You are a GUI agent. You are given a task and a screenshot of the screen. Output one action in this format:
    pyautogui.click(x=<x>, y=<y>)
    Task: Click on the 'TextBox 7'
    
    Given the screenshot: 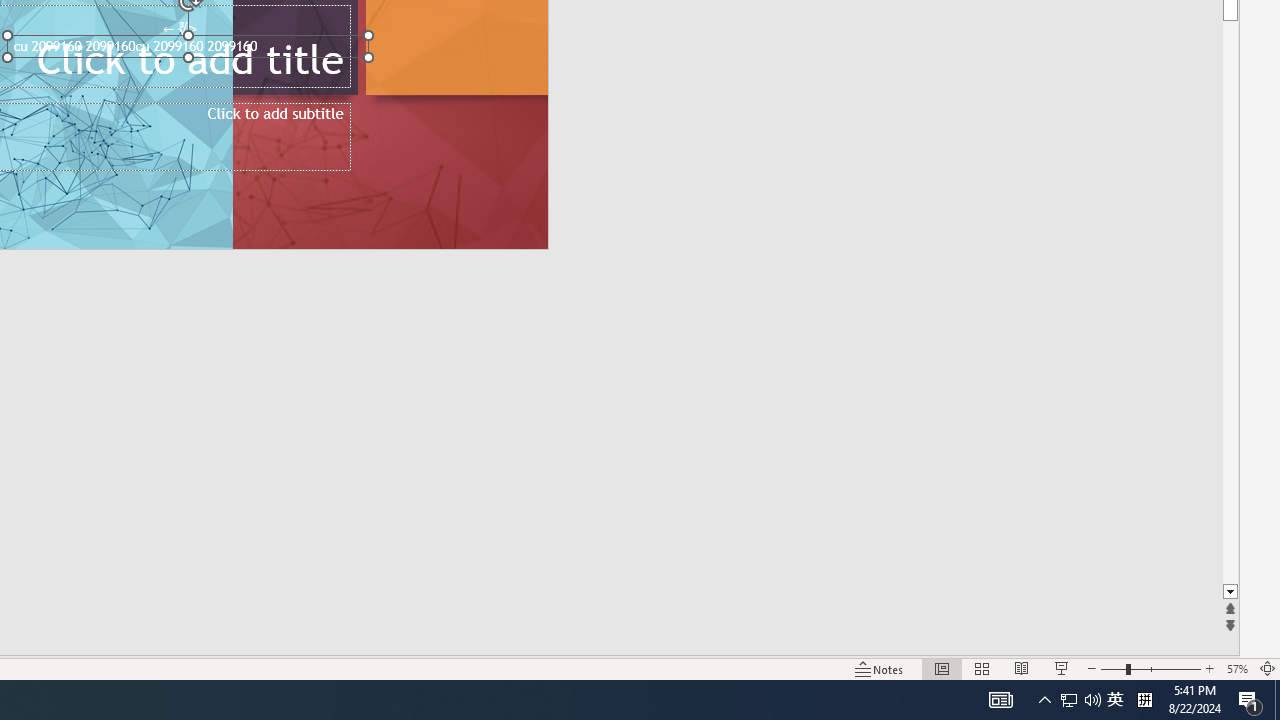 What is the action you would take?
    pyautogui.click(x=179, y=29)
    